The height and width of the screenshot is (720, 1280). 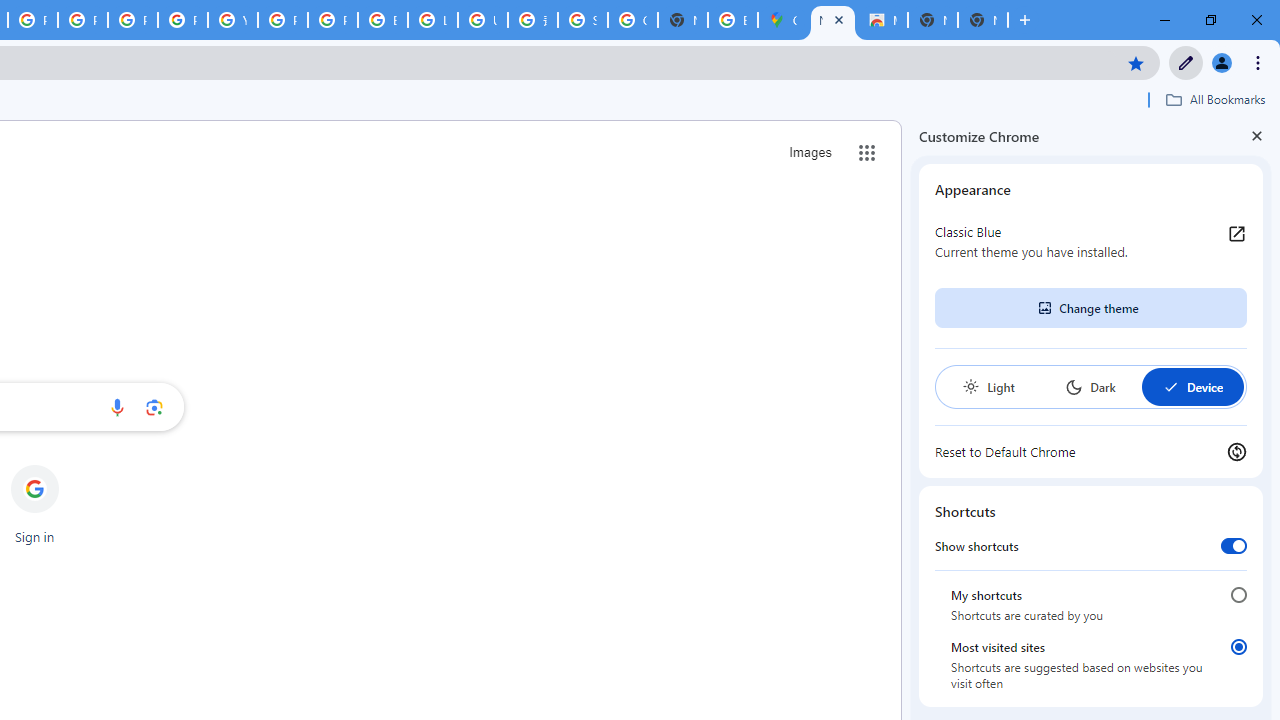 What do you see at coordinates (1090, 240) in the screenshot?
I see `'Classic Blue Current theme you have installed.'` at bounding box center [1090, 240].